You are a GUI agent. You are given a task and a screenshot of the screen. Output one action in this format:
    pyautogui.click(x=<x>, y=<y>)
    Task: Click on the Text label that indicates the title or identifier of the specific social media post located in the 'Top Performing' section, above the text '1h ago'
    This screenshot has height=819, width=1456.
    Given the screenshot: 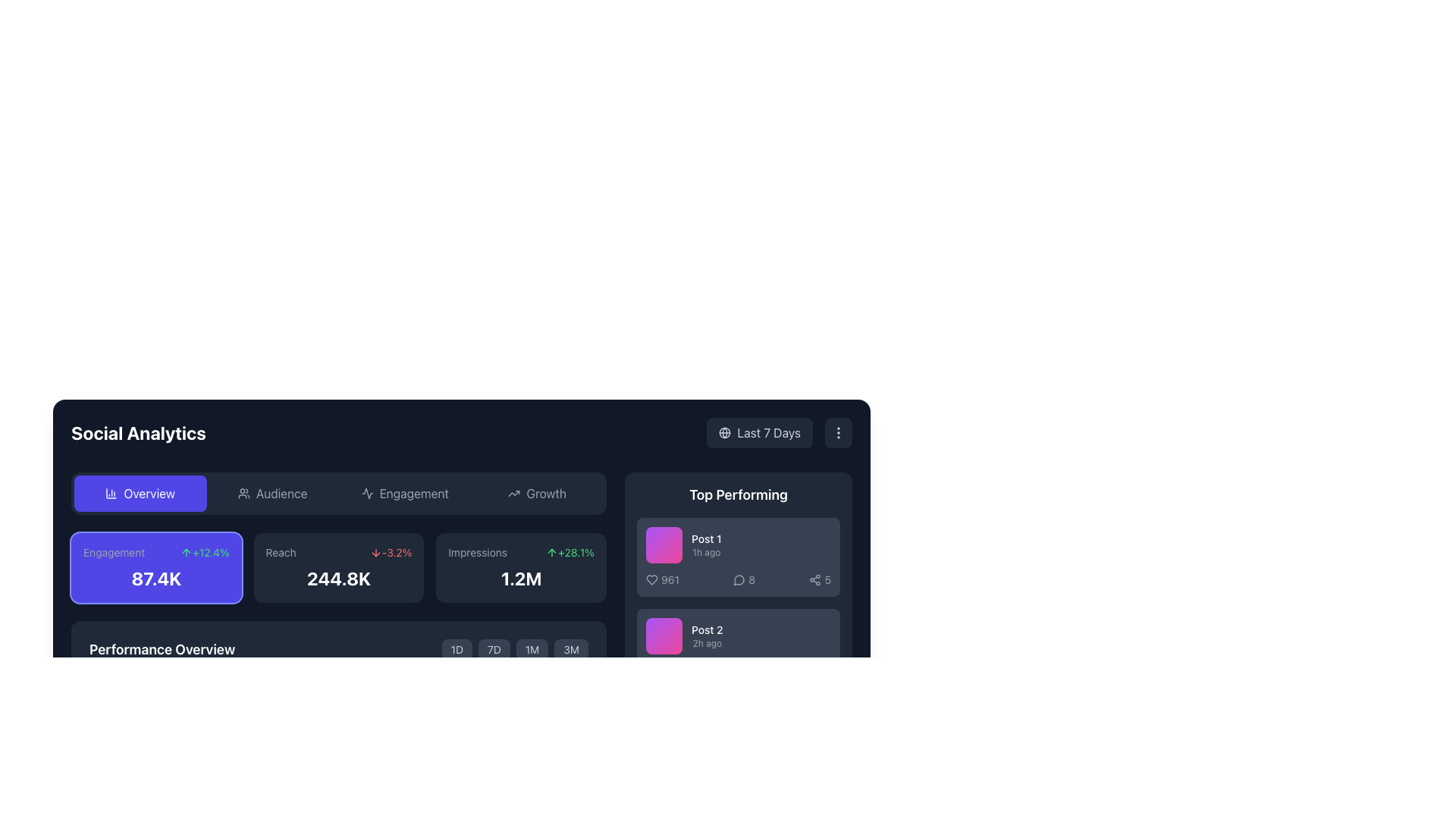 What is the action you would take?
    pyautogui.click(x=705, y=538)
    